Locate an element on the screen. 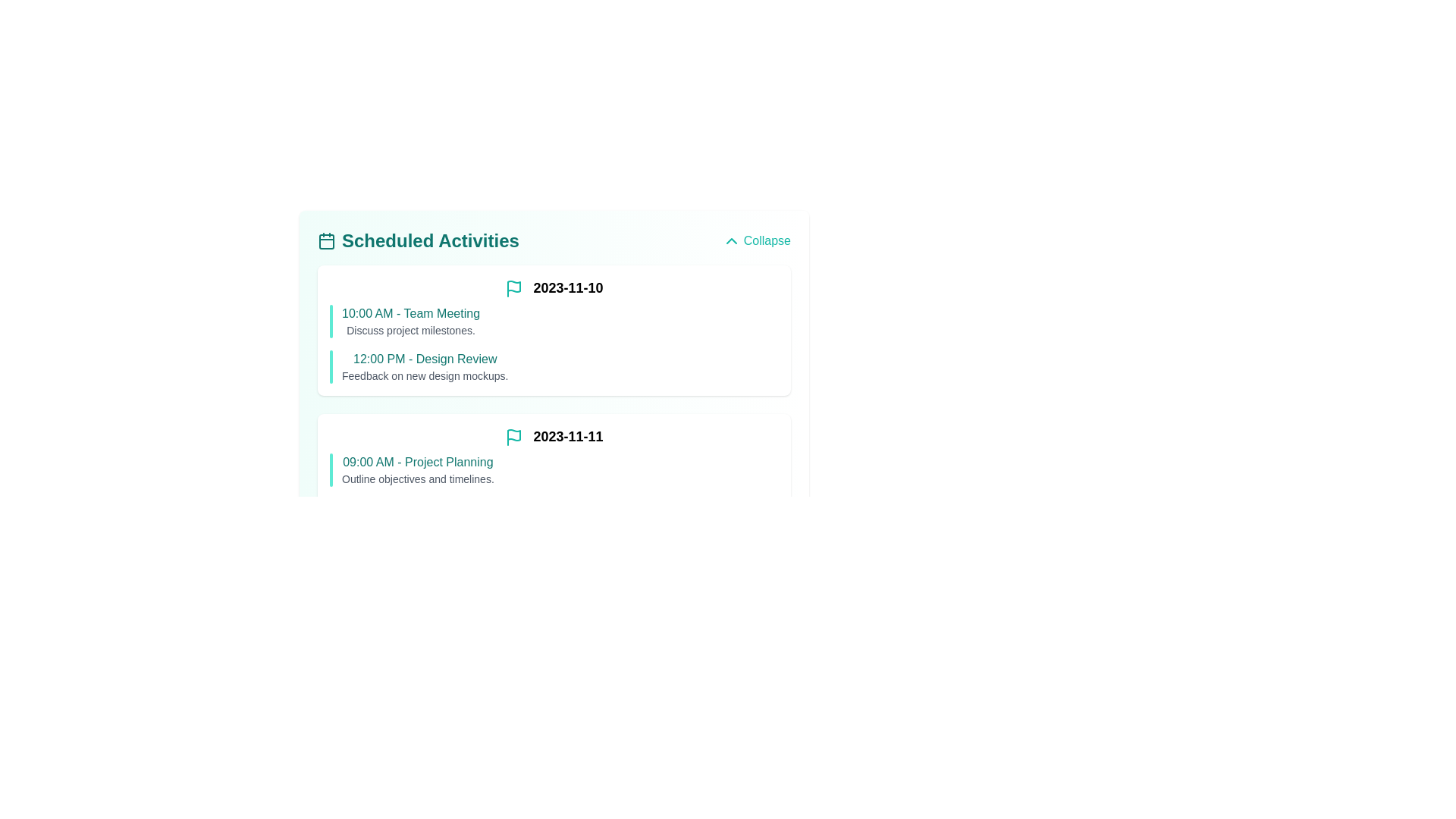 The width and height of the screenshot is (1456, 819). date information from the text label displaying '2023-11-10', which is styled with a bold and larger font size and positioned to the right of a teal-colored flag icon is located at coordinates (553, 288).